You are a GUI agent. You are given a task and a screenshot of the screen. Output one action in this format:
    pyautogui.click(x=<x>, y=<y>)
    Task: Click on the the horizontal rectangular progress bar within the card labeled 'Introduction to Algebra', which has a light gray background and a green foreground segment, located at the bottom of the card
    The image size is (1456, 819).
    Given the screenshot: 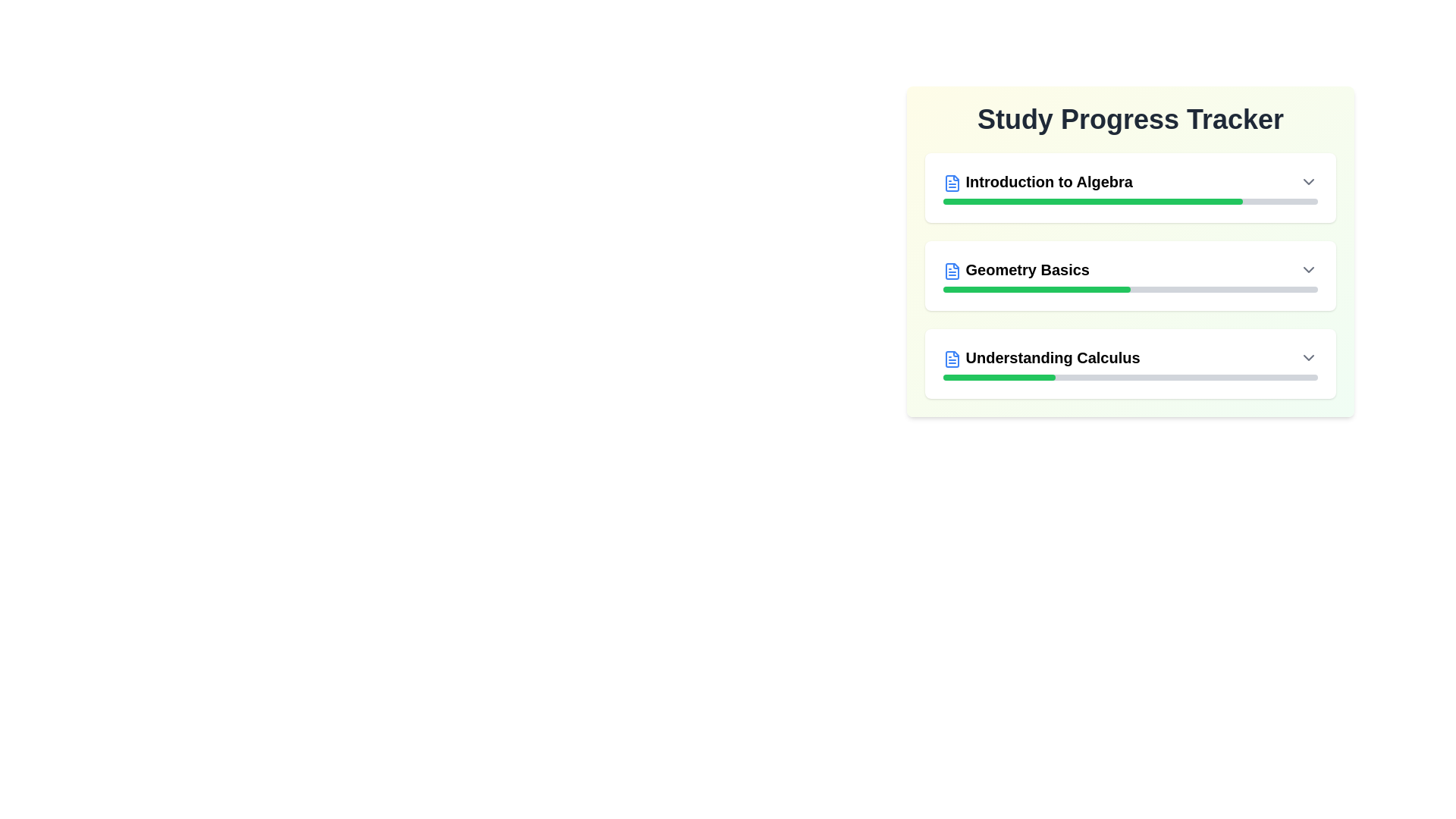 What is the action you would take?
    pyautogui.click(x=1131, y=201)
    